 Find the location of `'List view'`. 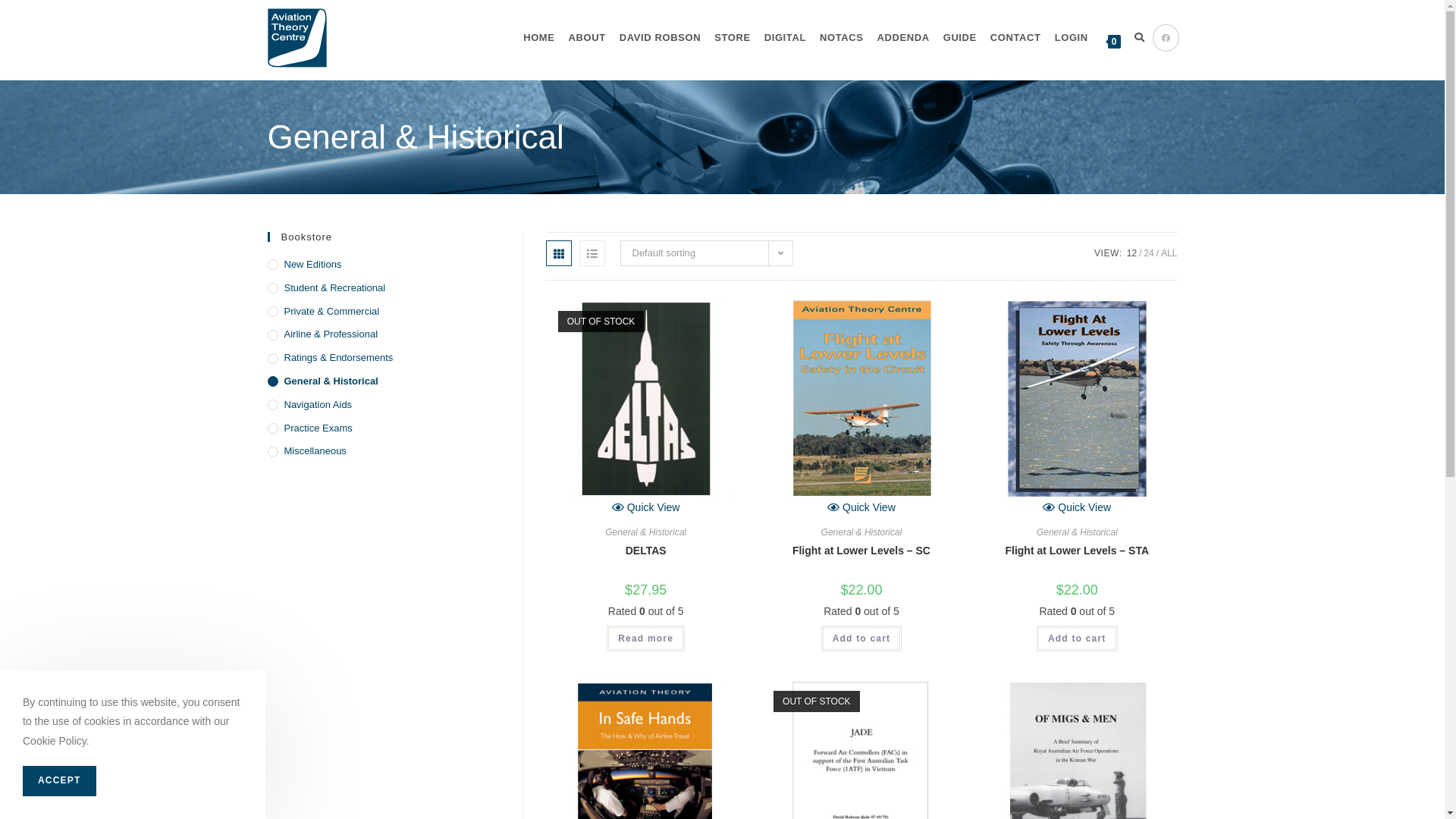

'List view' is located at coordinates (591, 253).